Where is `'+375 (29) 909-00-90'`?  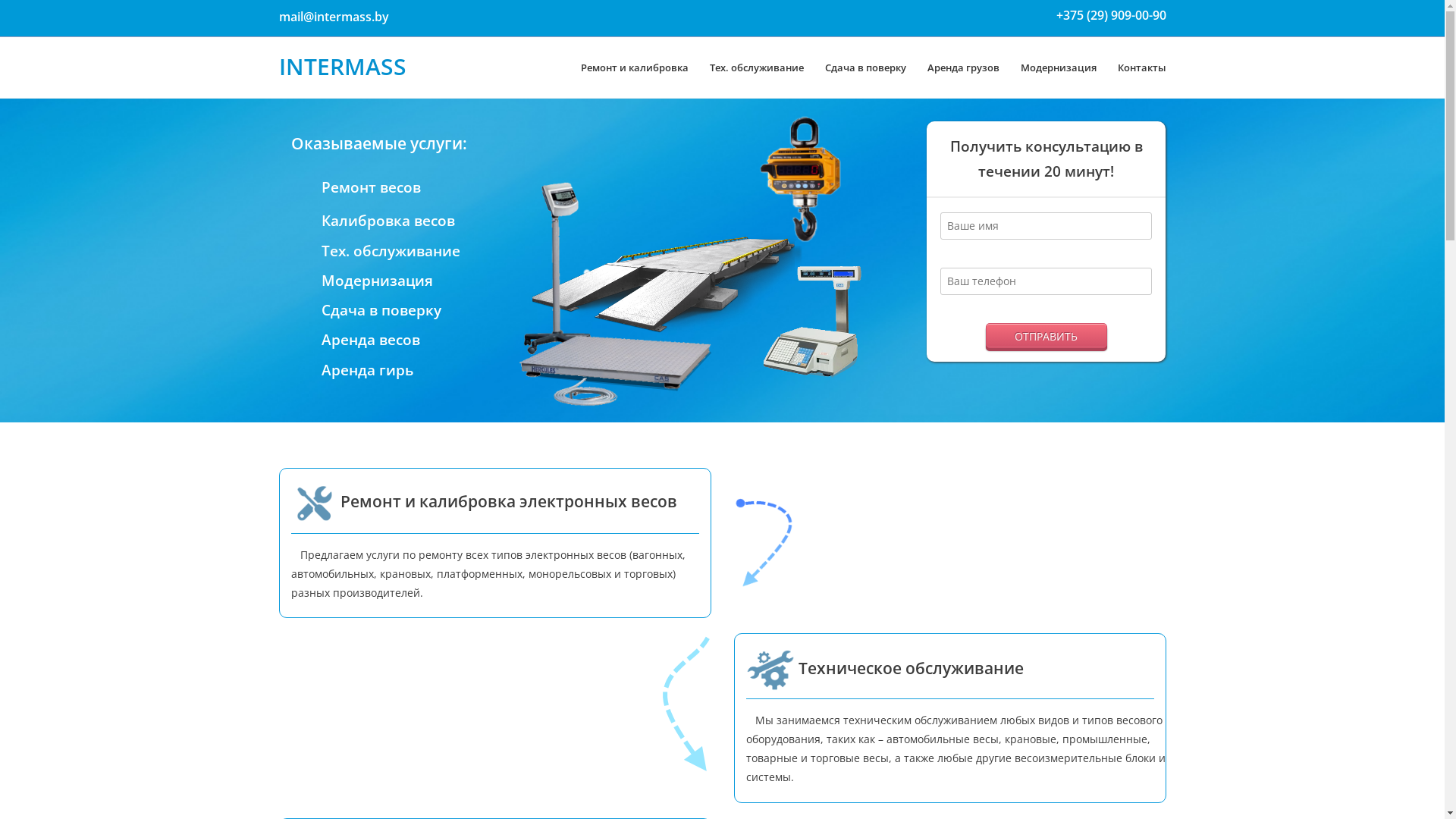 '+375 (29) 909-00-90' is located at coordinates (1110, 14).